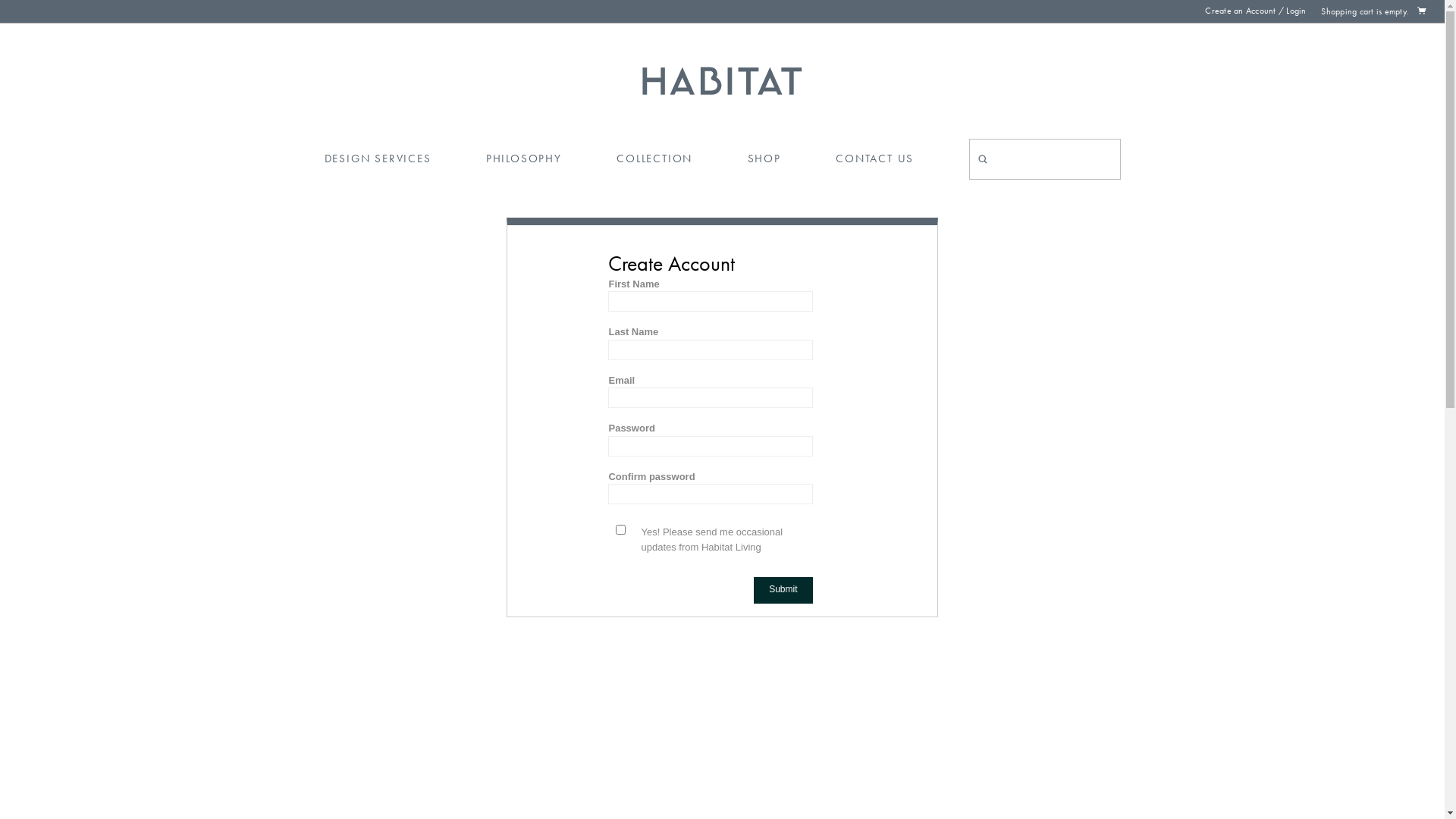 Image resolution: width=1456 pixels, height=819 pixels. Describe the element at coordinates (783, 589) in the screenshot. I see `'Submit'` at that location.